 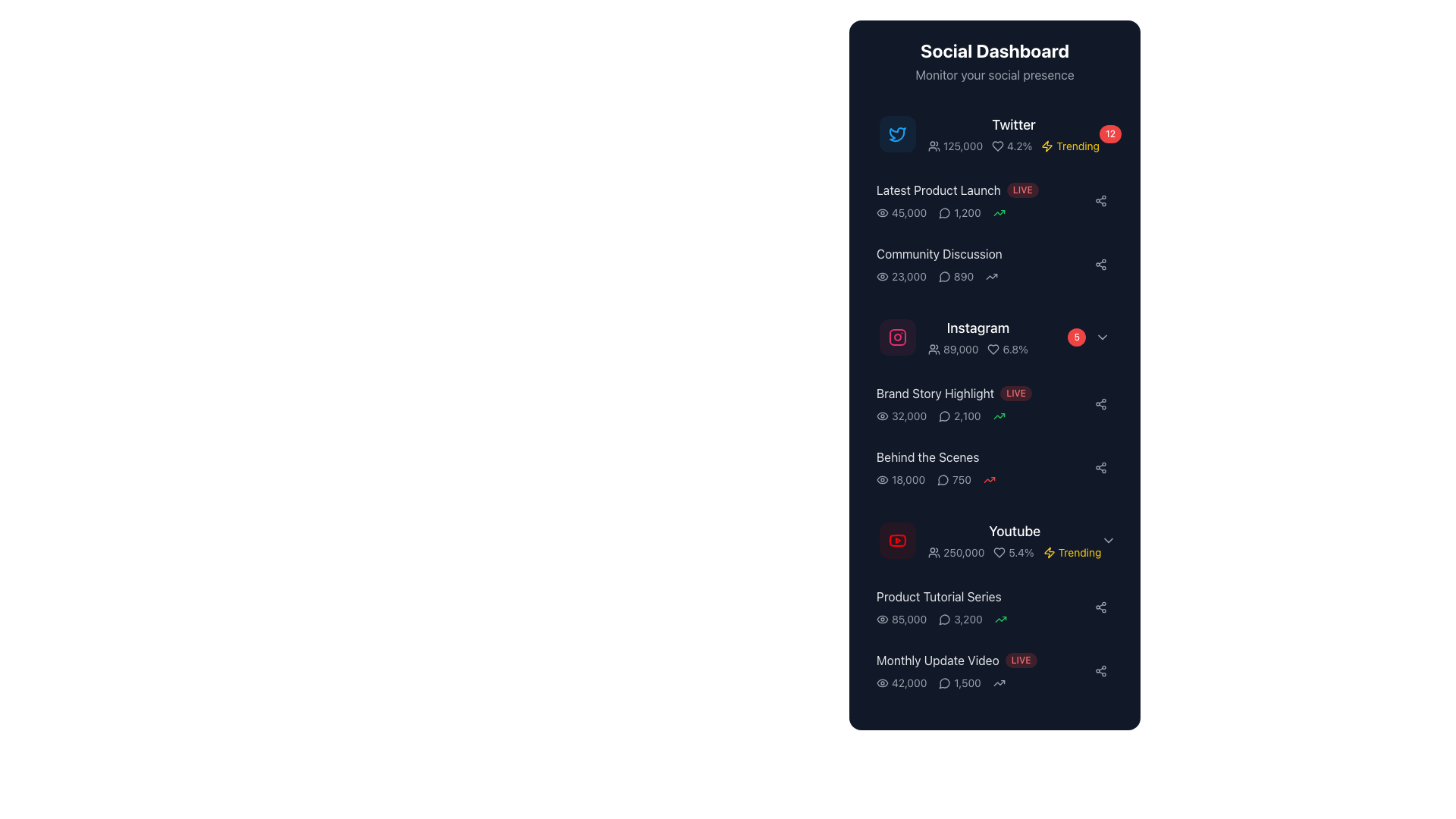 What do you see at coordinates (993, 350) in the screenshot?
I see `the heart-shaped icon outlined in white, which symbolizes a liking or favorite feature, located to the left of the text '6.8%' in the Instagram row of the 'Social Dashboard' panel` at bounding box center [993, 350].